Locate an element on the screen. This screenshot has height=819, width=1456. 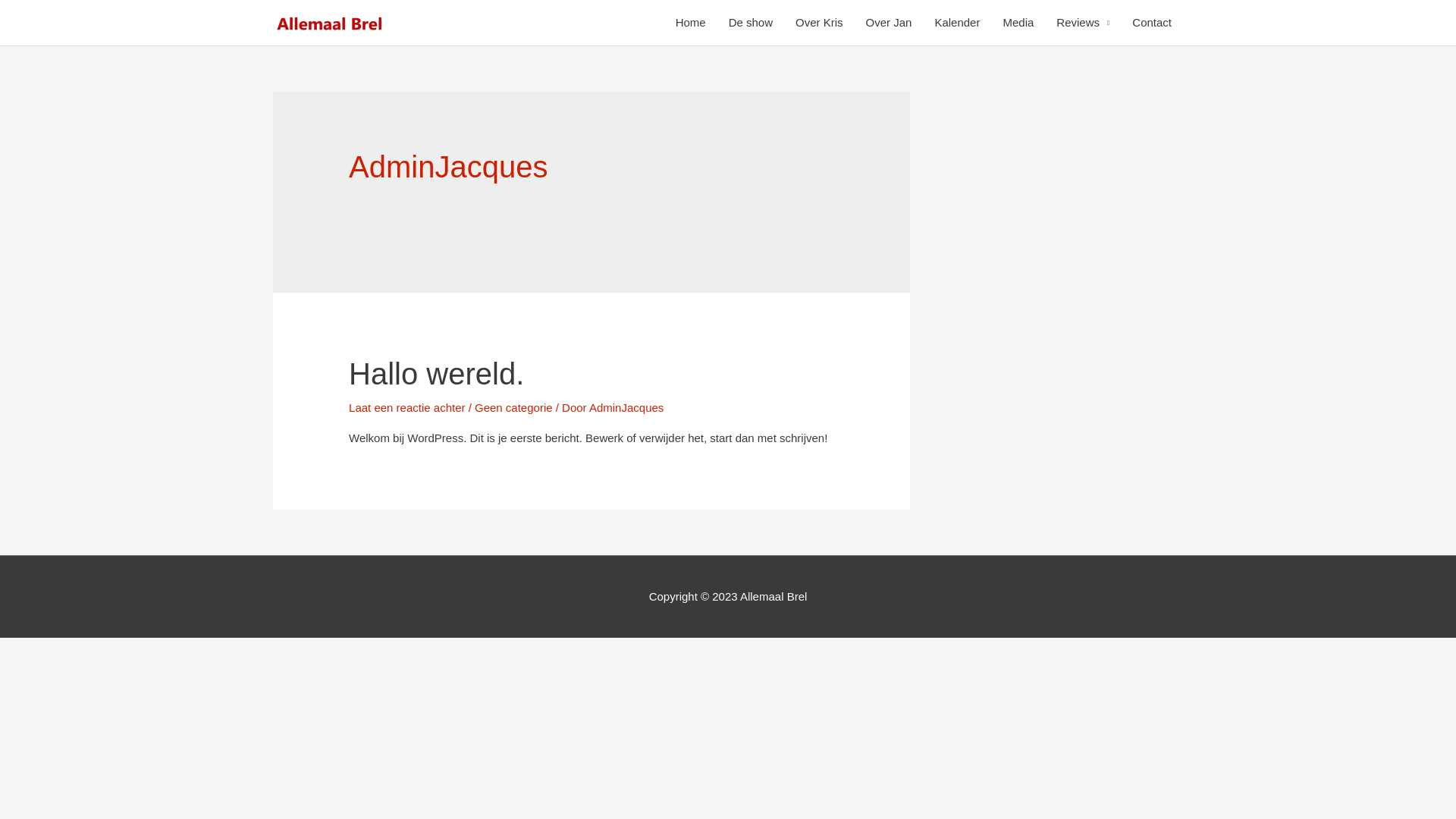
'Contact' is located at coordinates (1151, 23).